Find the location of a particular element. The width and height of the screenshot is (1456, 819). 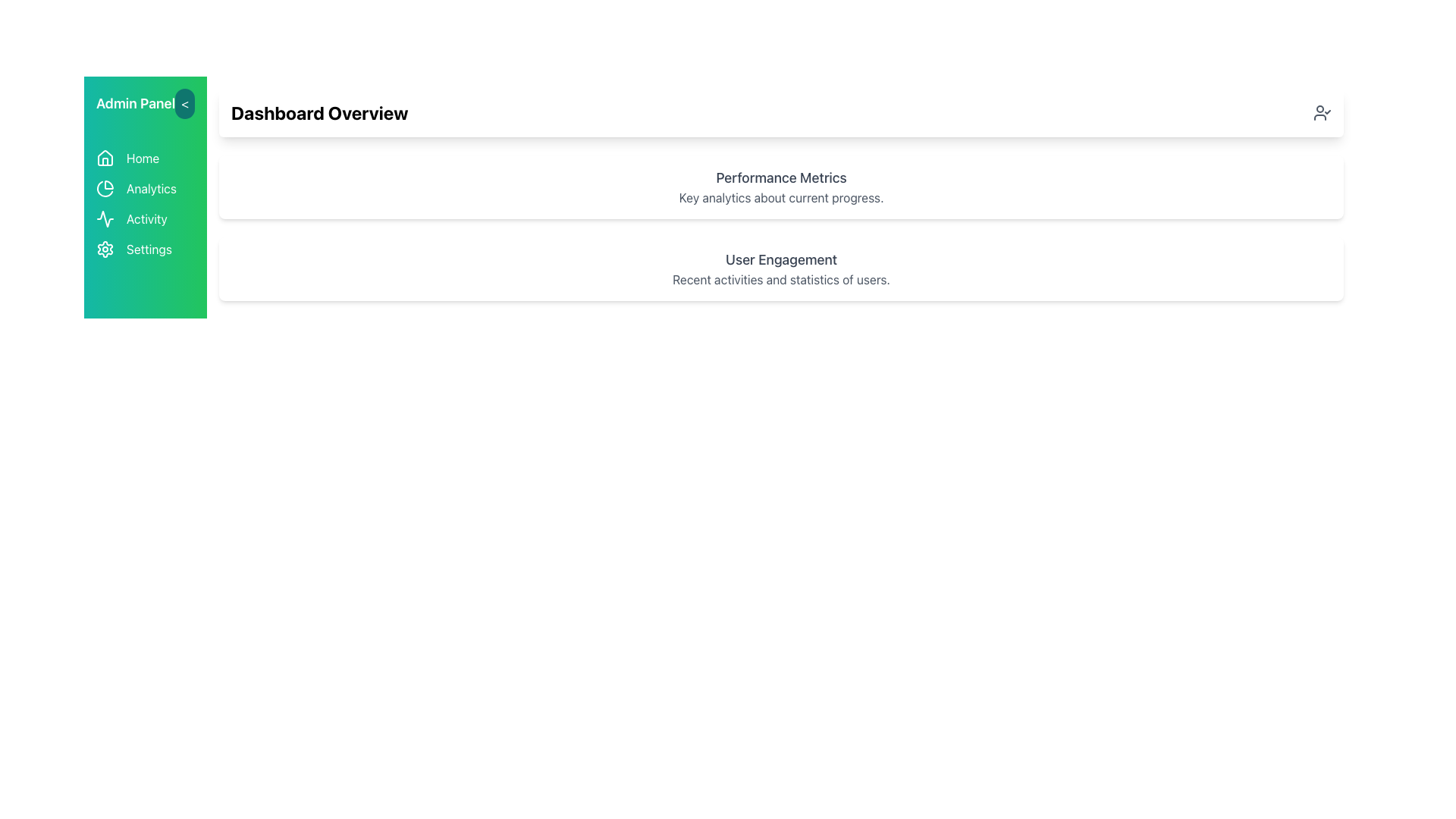

the 'Settings' Text Label in the sidebar menu is located at coordinates (149, 248).